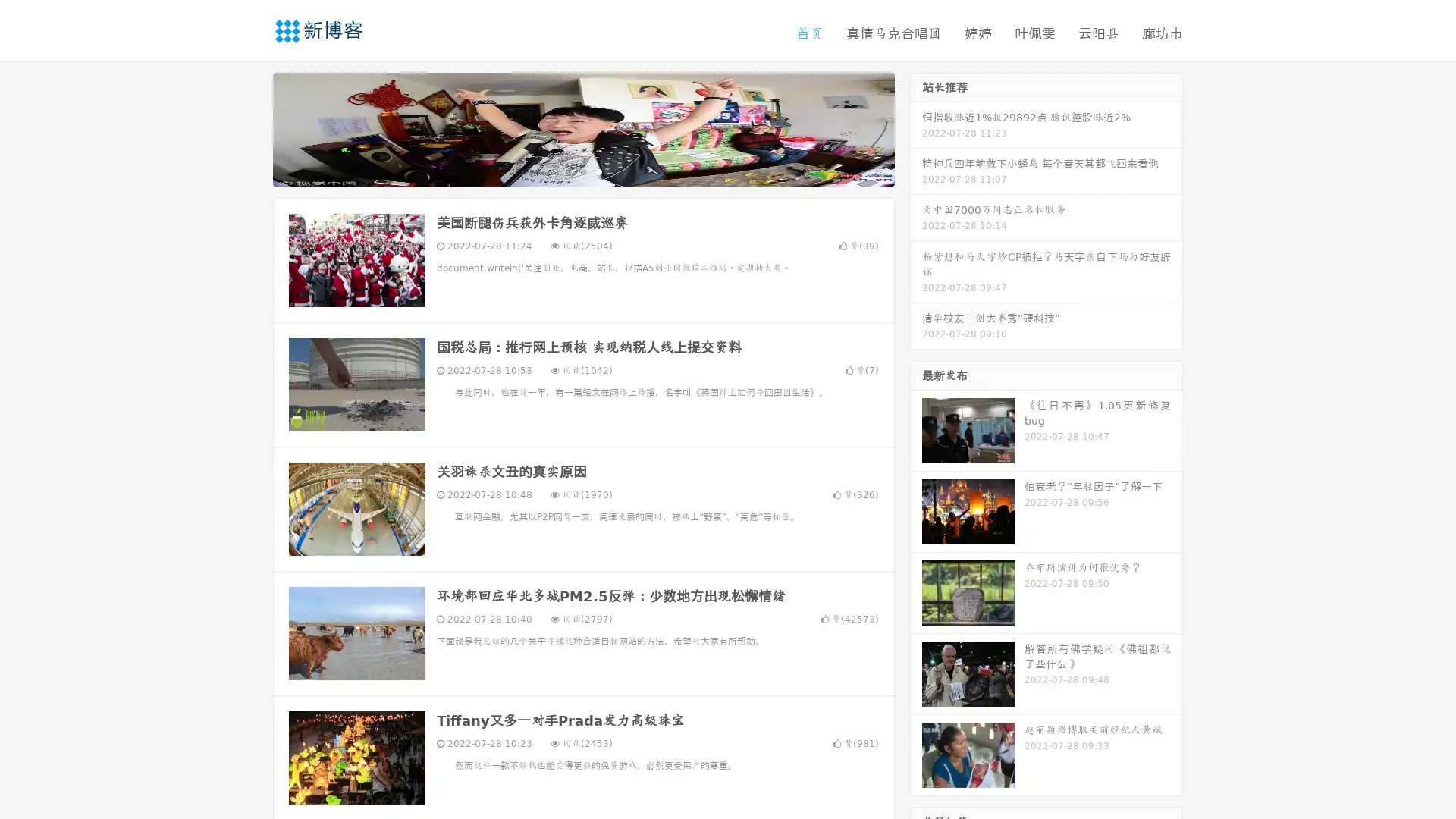 The image size is (1456, 819). I want to click on Next slide, so click(916, 127).